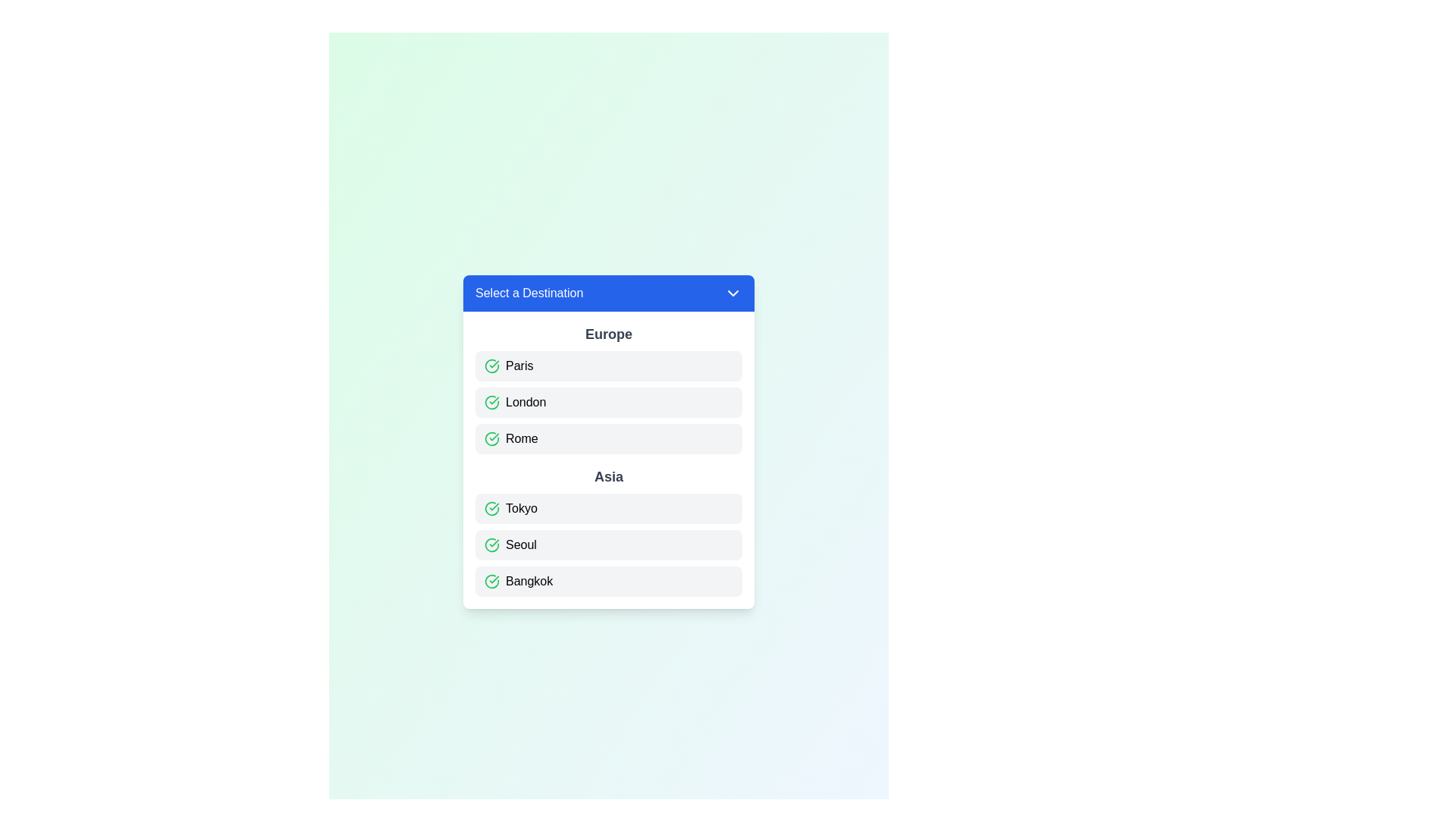 This screenshot has width=1456, height=819. I want to click on the text label displaying 'Paris', which is part of a selectable option in a list item under the 'Europe' section, aligned next to a green checkmark icon, so click(519, 366).